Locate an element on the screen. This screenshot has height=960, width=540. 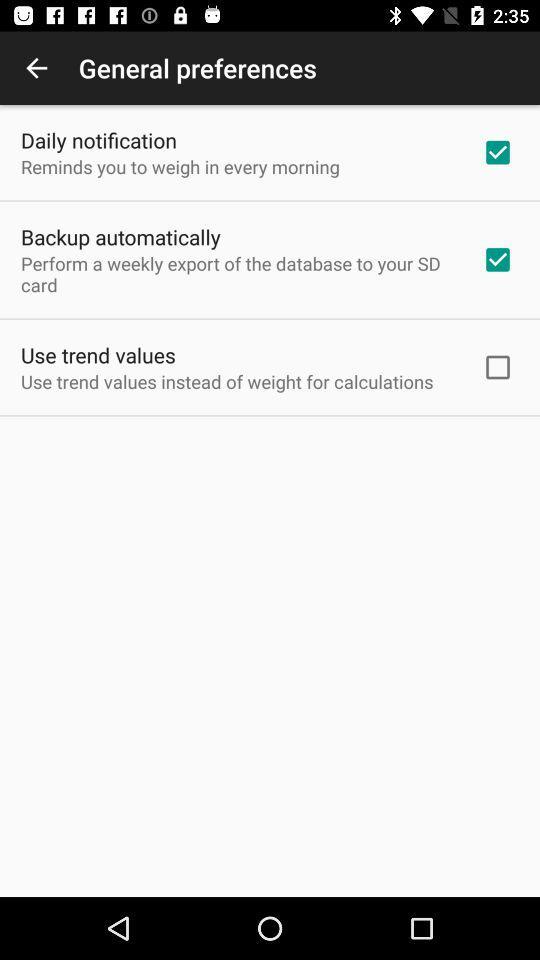
app above use trend values icon is located at coordinates (238, 273).